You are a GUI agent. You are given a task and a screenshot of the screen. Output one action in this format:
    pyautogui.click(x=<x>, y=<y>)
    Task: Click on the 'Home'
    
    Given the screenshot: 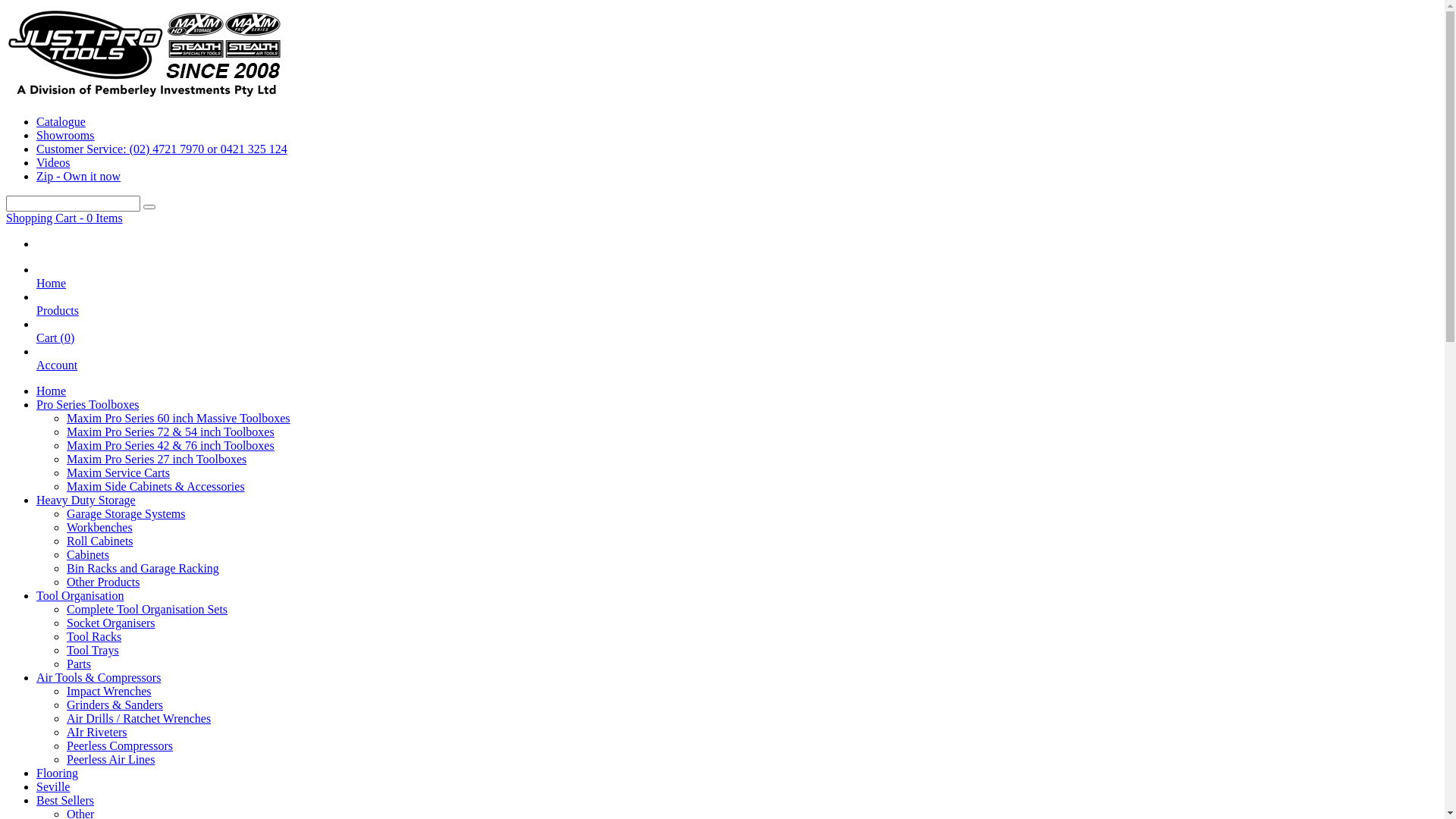 What is the action you would take?
    pyautogui.click(x=51, y=390)
    